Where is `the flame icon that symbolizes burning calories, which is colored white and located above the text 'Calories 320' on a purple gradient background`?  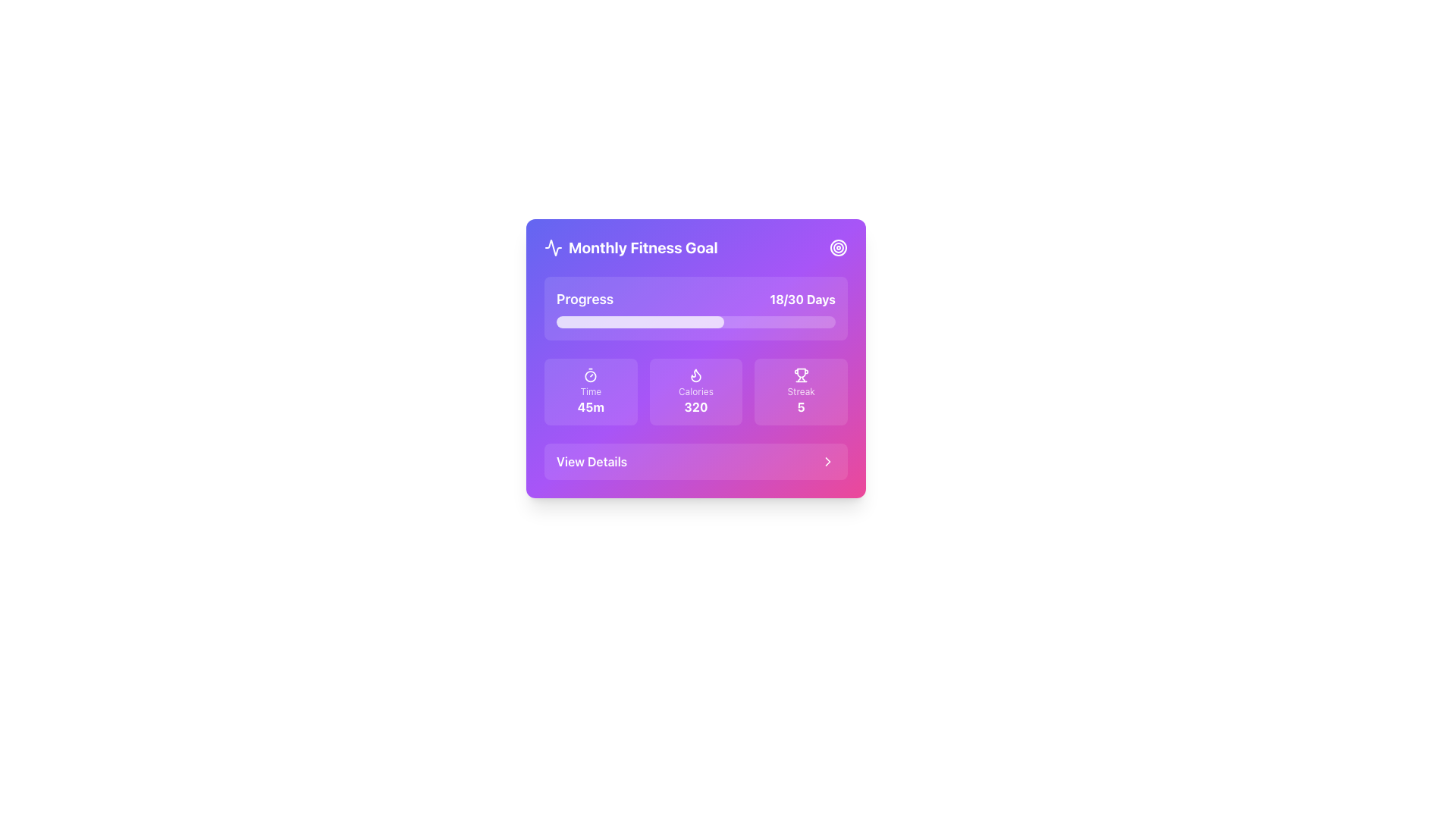
the flame icon that symbolizes burning calories, which is colored white and located above the text 'Calories 320' on a purple gradient background is located at coordinates (695, 375).